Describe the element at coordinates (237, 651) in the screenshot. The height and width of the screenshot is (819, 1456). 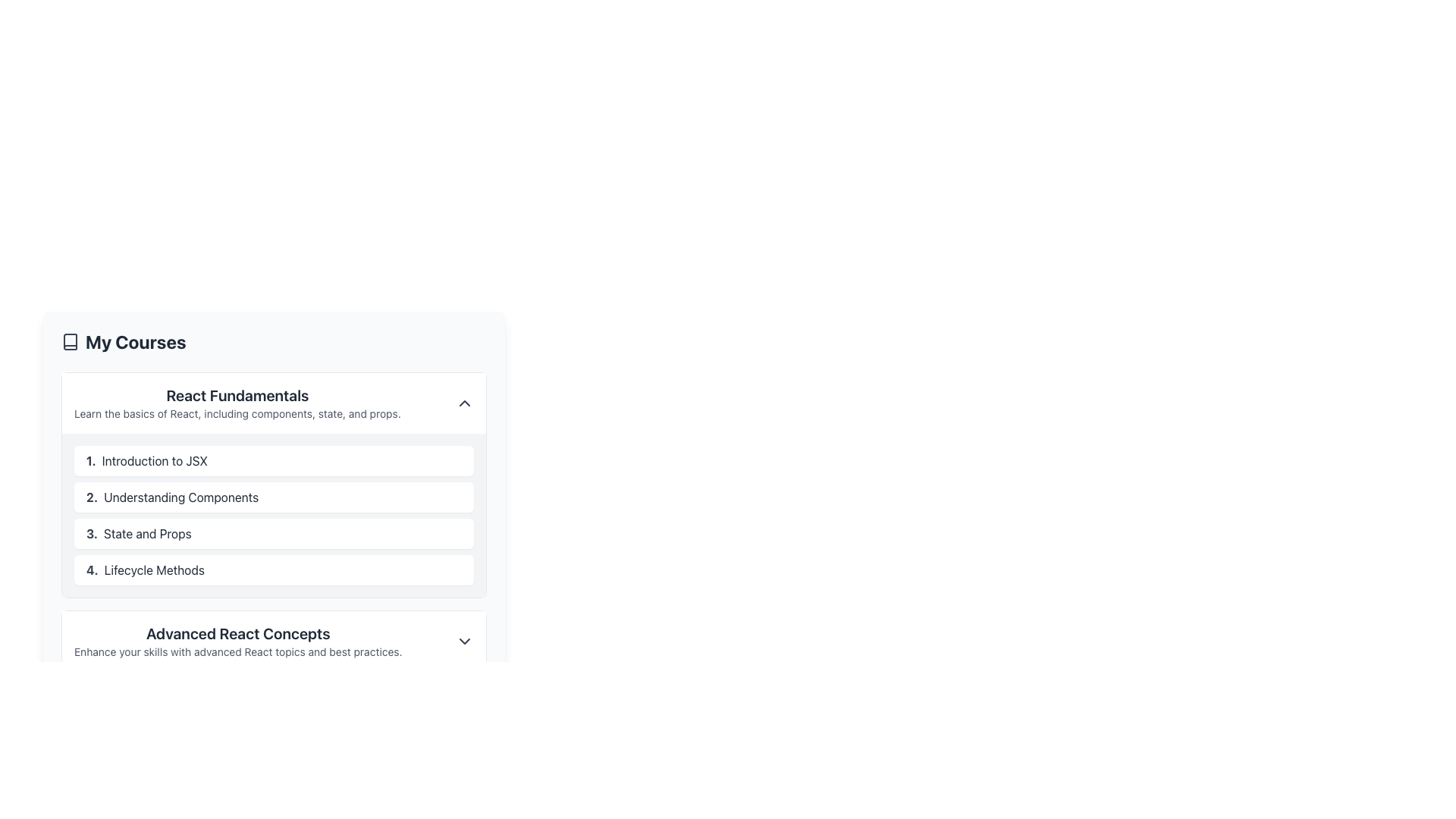
I see `descriptive text element located below the course title 'Advanced React Concepts' in the course details section` at that location.